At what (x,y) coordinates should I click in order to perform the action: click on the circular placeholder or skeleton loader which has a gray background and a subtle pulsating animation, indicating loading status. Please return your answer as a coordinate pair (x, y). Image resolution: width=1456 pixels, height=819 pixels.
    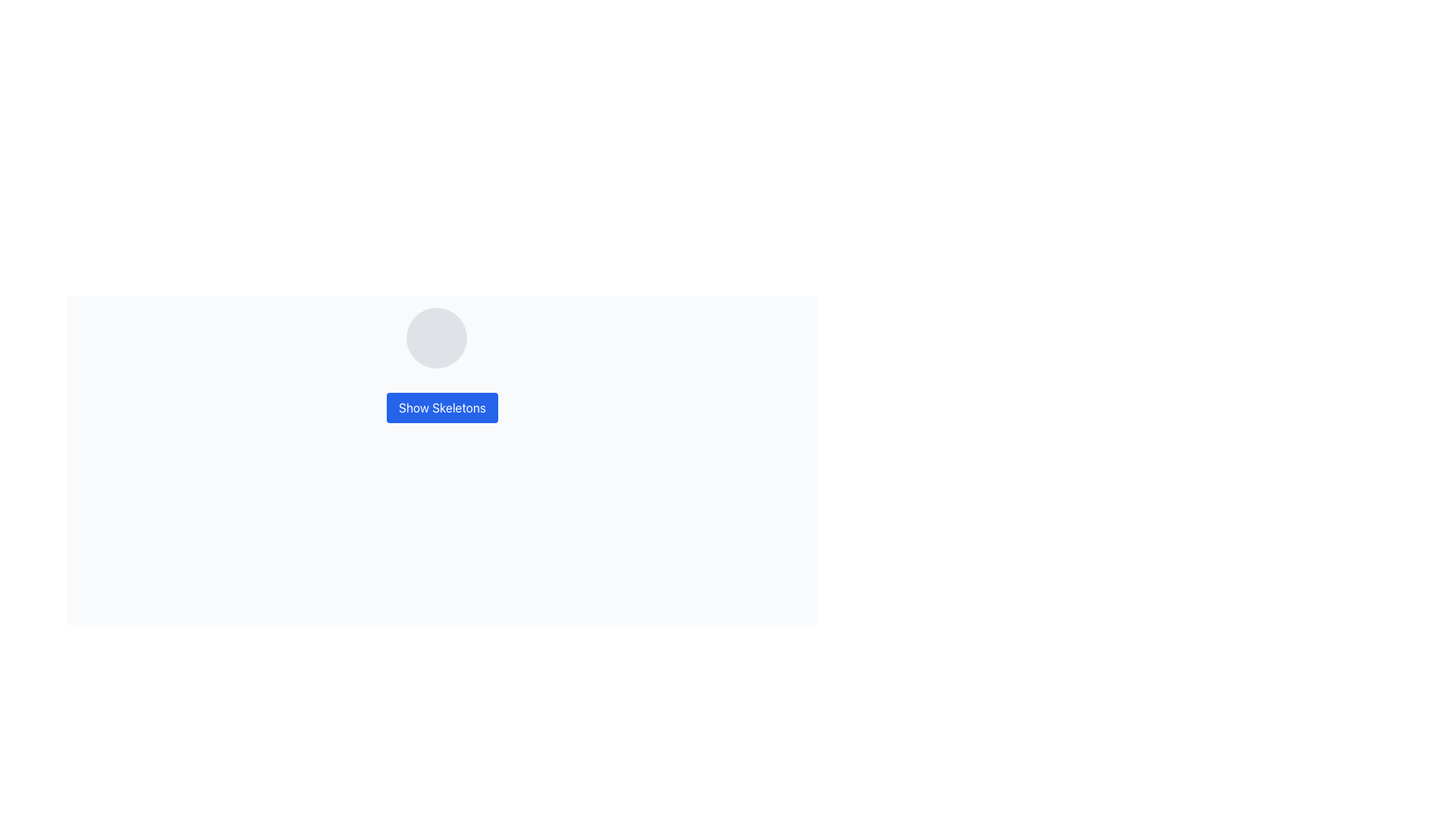
    Looking at the image, I should click on (435, 337).